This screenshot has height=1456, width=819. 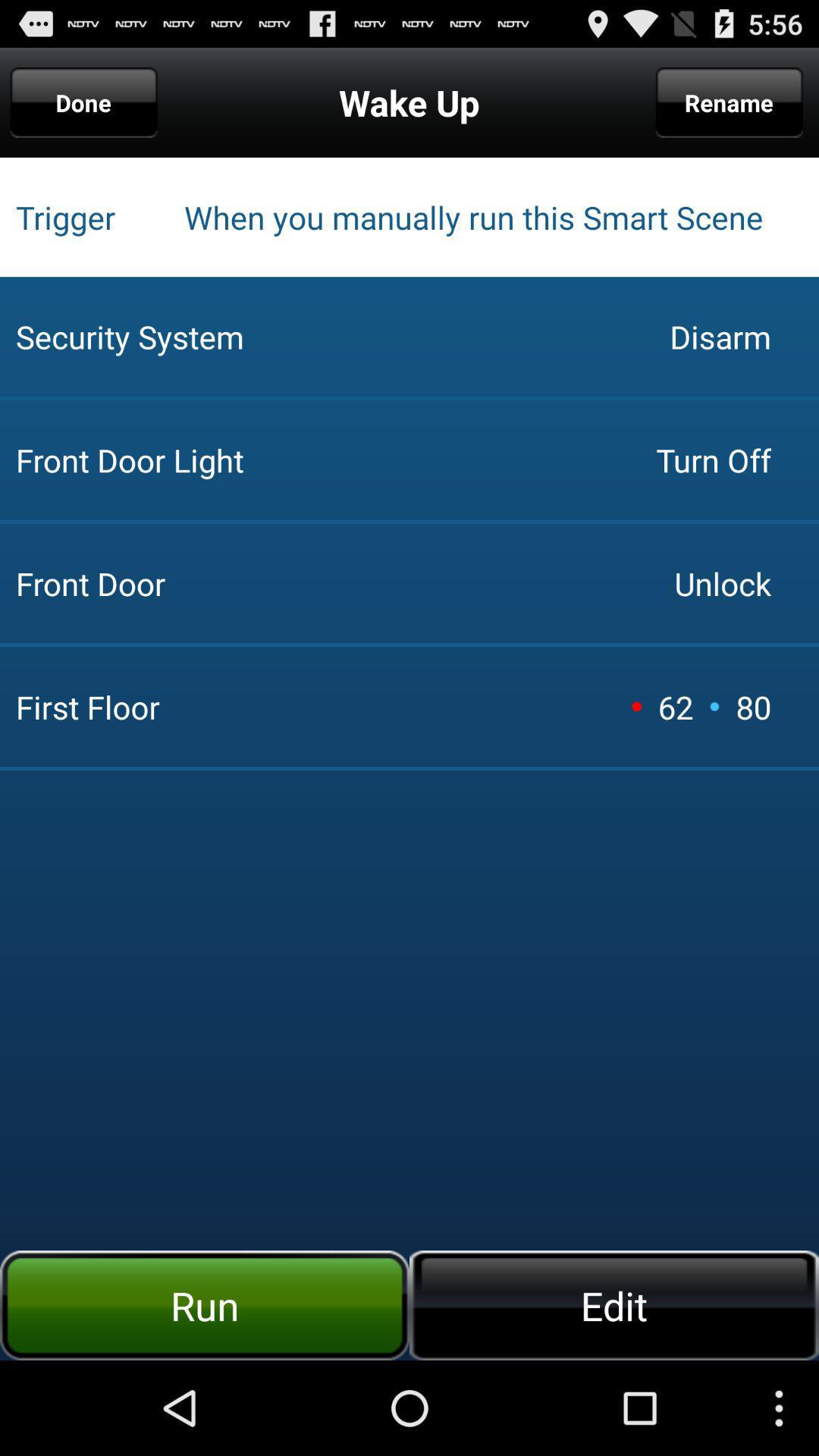 What do you see at coordinates (614, 1304) in the screenshot?
I see `item below the first floor item` at bounding box center [614, 1304].